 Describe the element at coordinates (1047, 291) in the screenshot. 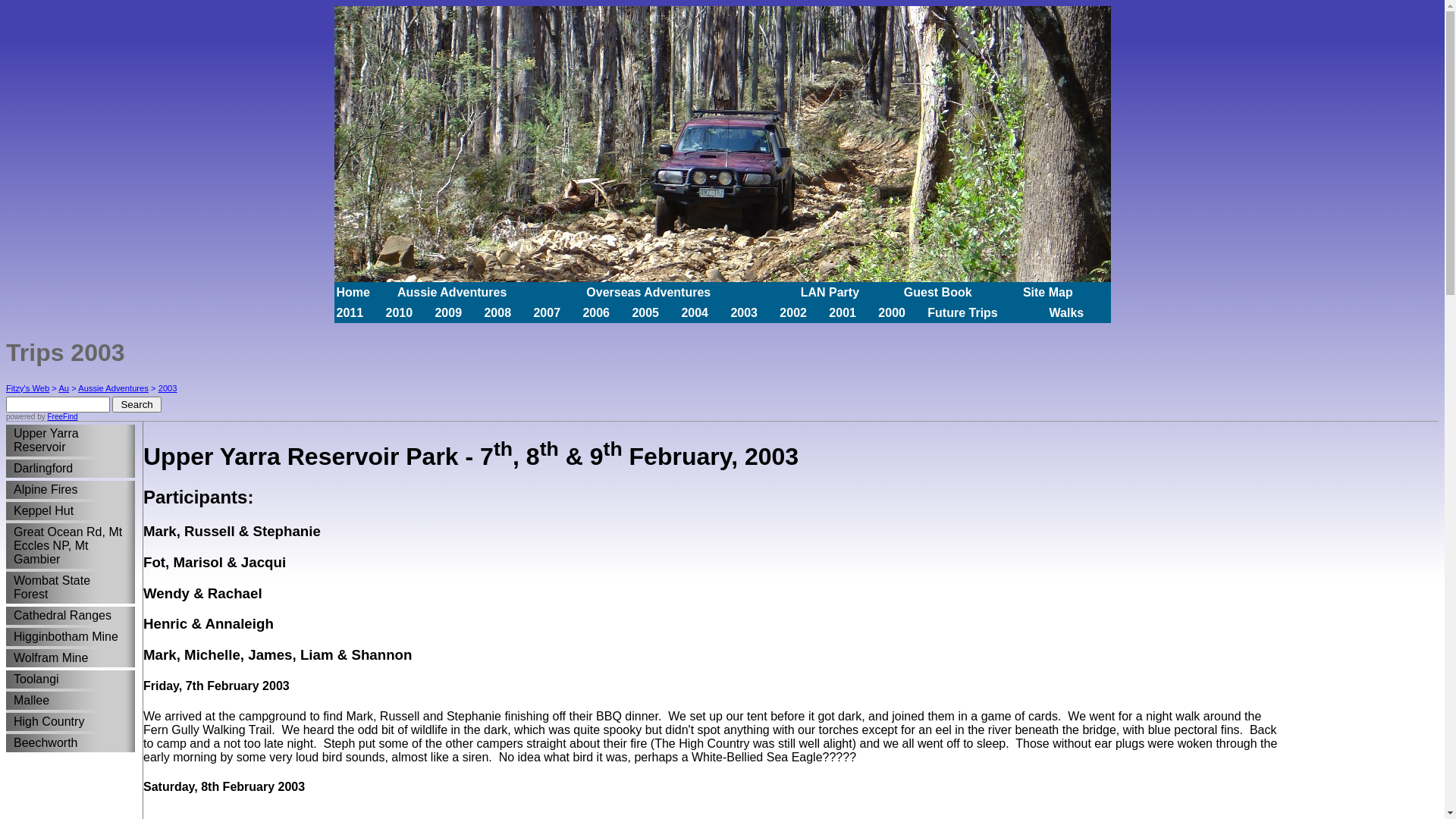

I see `'Site Map'` at that location.